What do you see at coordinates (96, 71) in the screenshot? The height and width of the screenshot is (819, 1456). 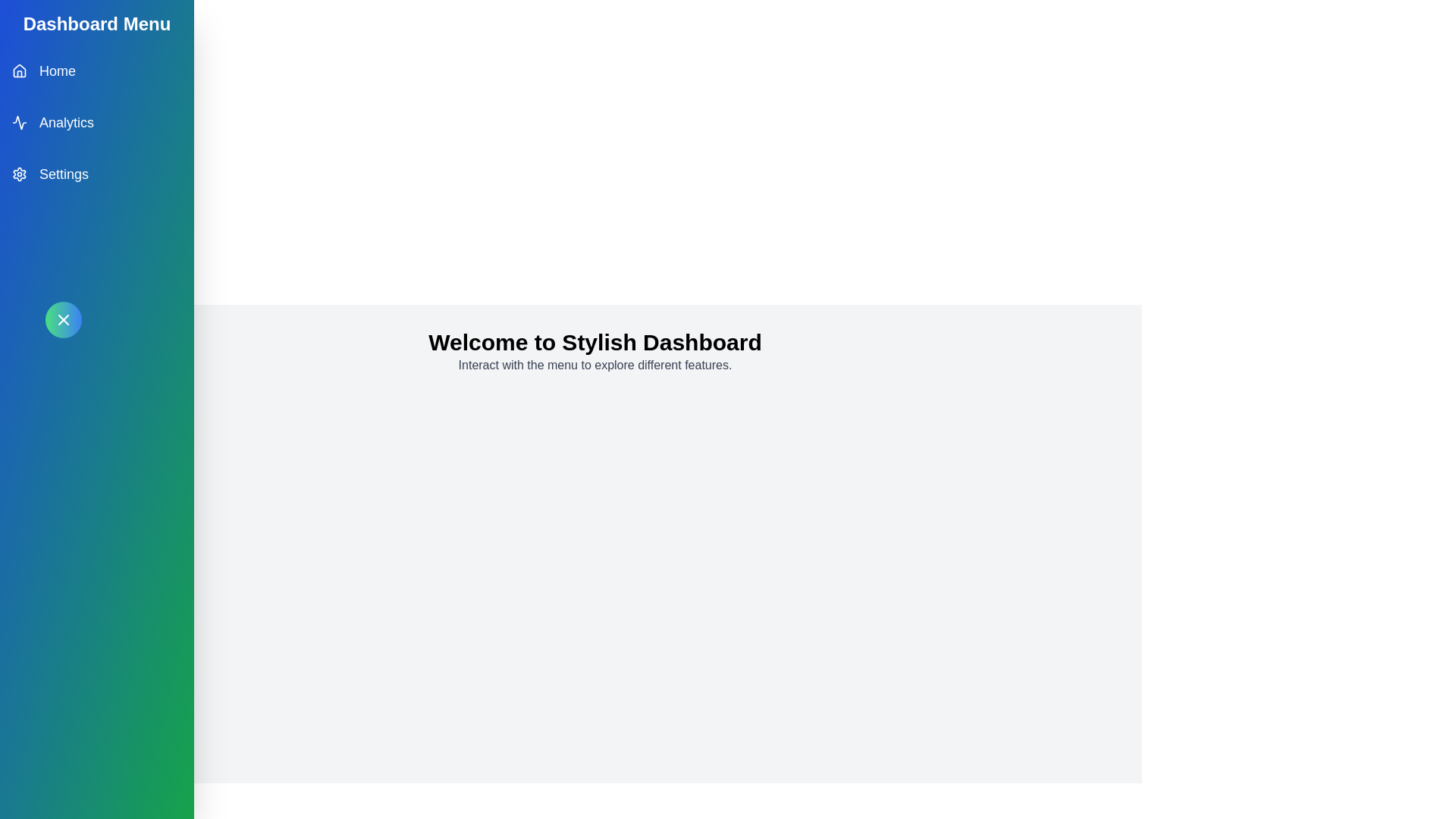 I see `the Home panel from the menu` at bounding box center [96, 71].